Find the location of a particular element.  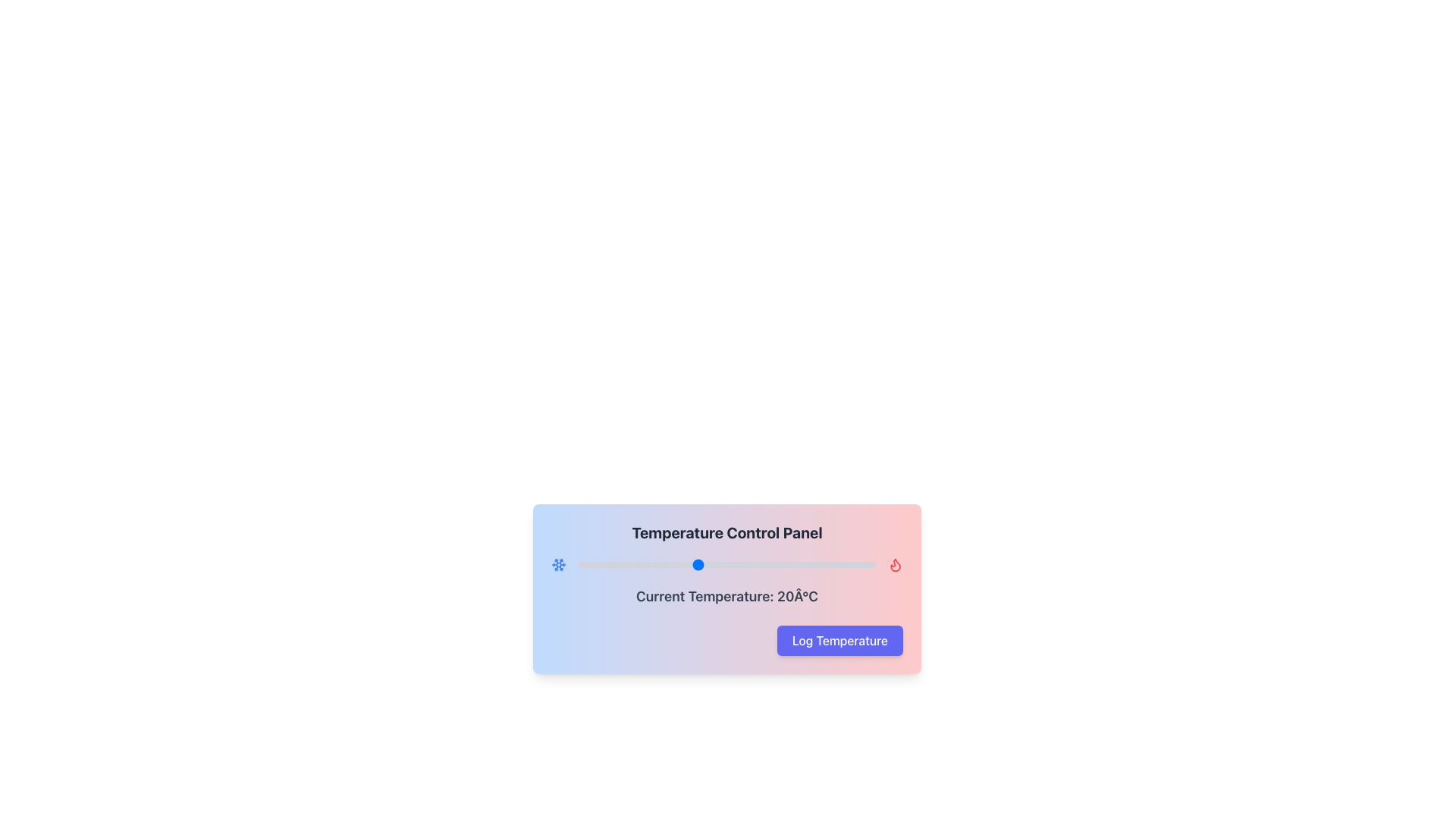

the flame-shaped red outlined icon located at the top-right corner of the Temperature Control Panel, adjacent to the slider track is located at coordinates (895, 565).